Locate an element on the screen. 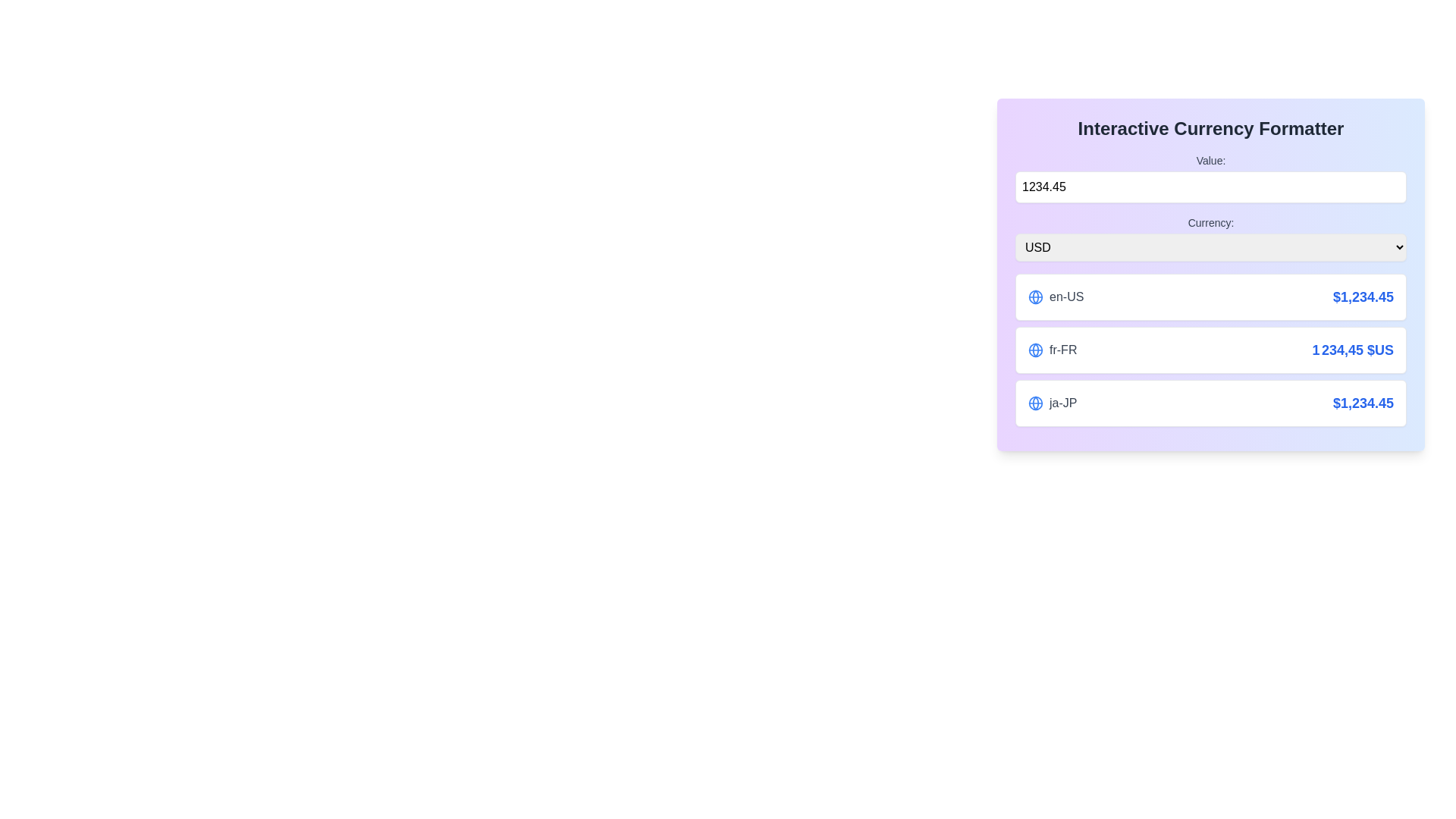 This screenshot has width=1456, height=819. the second currency display element in the vertically aligned list, which shows the value formatted according to the French locale, located between the 'en-US' and 'ja-JP' formats is located at coordinates (1210, 350).